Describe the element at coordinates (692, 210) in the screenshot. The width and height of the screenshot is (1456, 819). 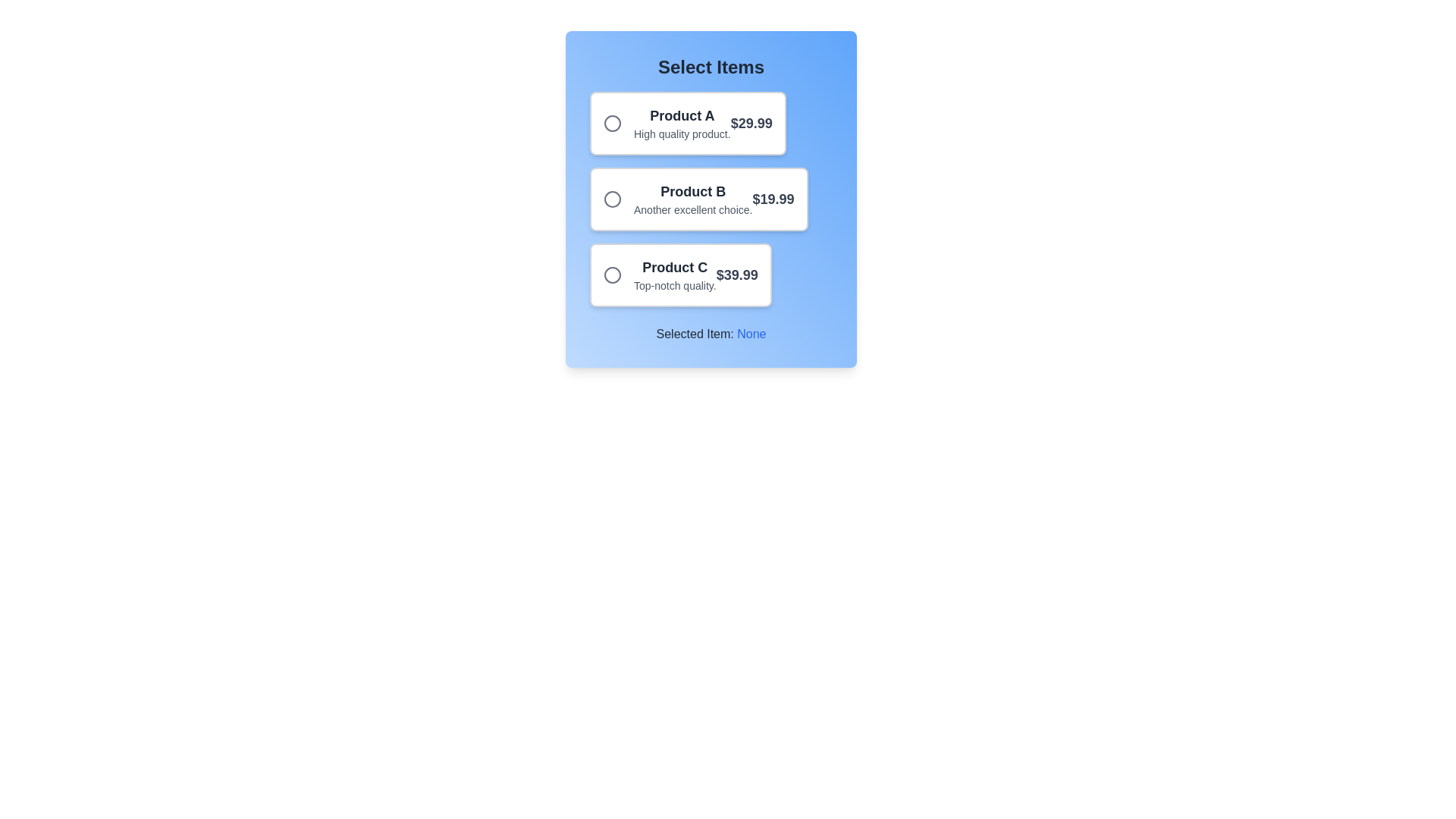
I see `the text label that provides additional descriptive information about 'Product B', located beneath the 'Product B' label in the selectable list` at that location.